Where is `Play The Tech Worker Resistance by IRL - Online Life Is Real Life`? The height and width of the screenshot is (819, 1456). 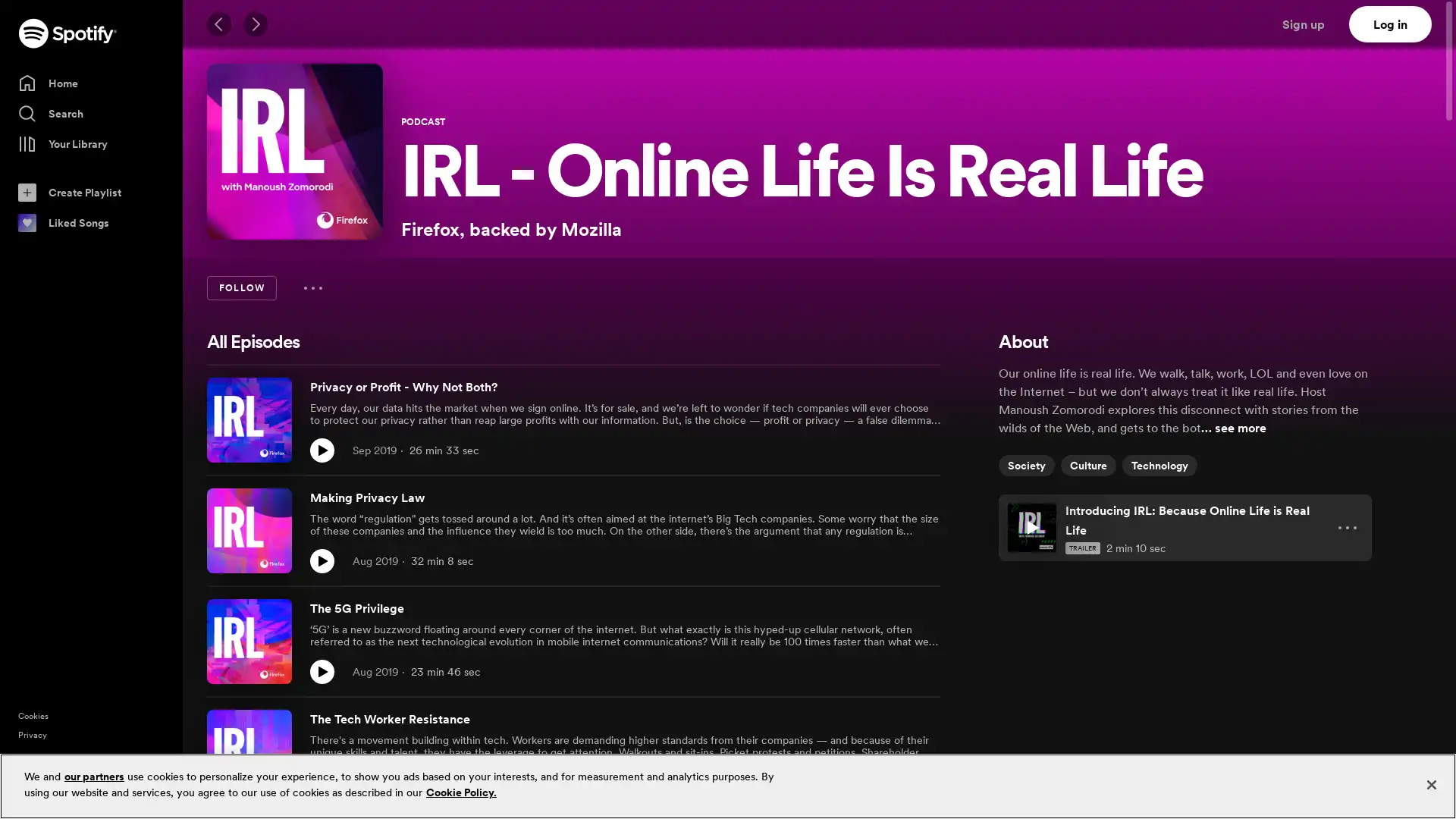
Play The Tech Worker Resistance by IRL - Online Life Is Real Life is located at coordinates (322, 783).